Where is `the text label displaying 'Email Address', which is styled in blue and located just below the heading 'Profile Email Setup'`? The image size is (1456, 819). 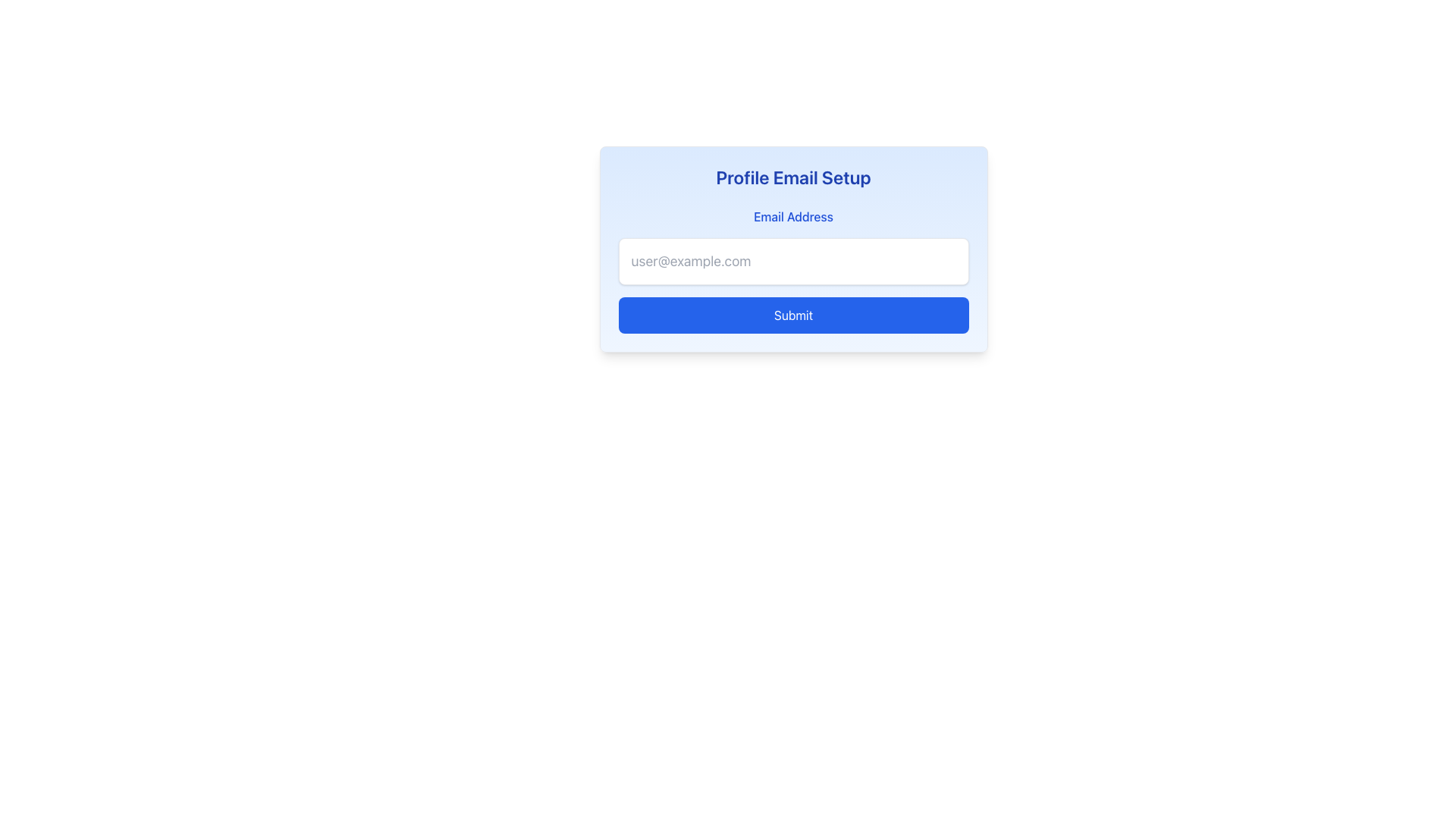 the text label displaying 'Email Address', which is styled in blue and located just below the heading 'Profile Email Setup' is located at coordinates (792, 216).